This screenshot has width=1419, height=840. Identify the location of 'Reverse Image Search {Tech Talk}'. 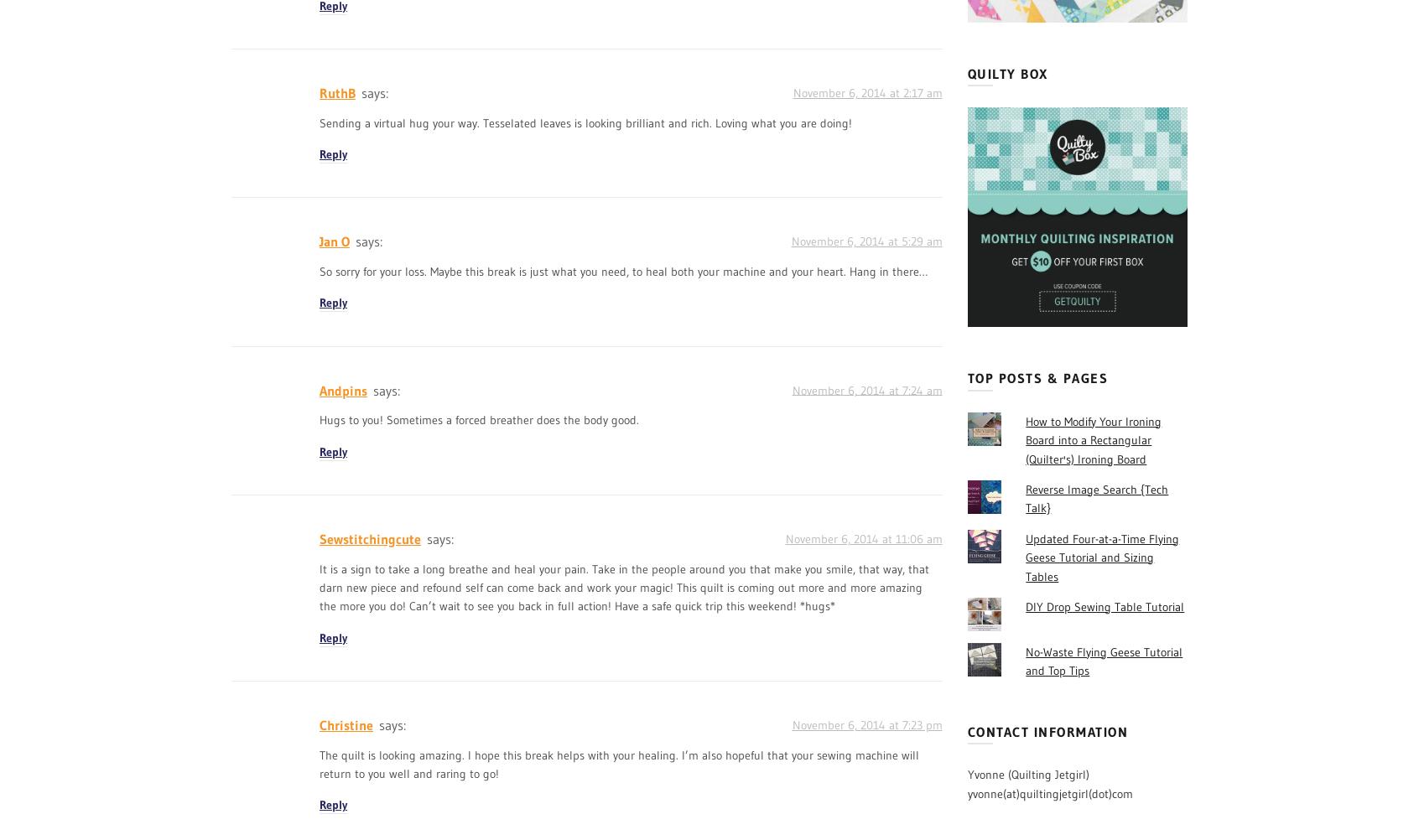
(1095, 497).